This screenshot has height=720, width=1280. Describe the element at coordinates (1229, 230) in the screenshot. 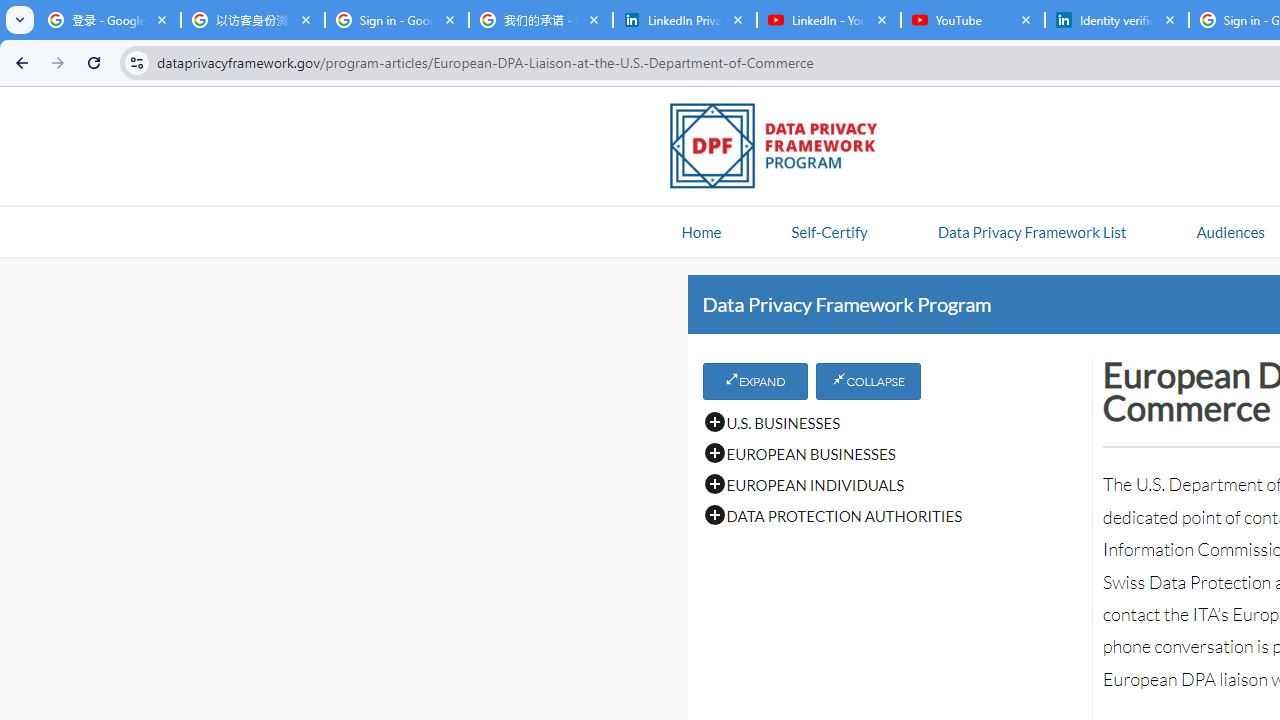

I see `'AutomationID: navitem'` at that location.